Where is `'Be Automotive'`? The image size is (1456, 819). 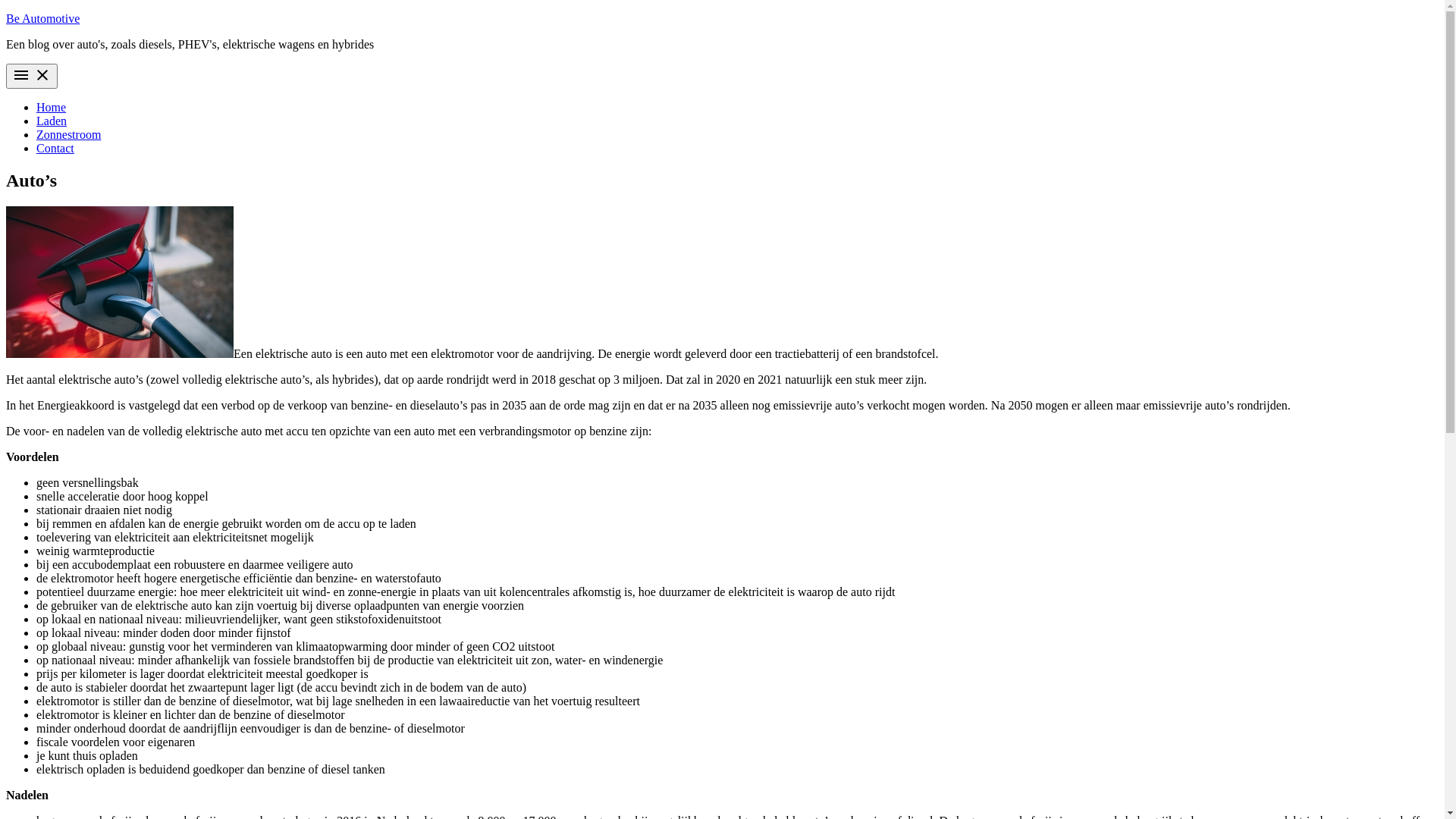
'Be Automotive' is located at coordinates (42, 18).